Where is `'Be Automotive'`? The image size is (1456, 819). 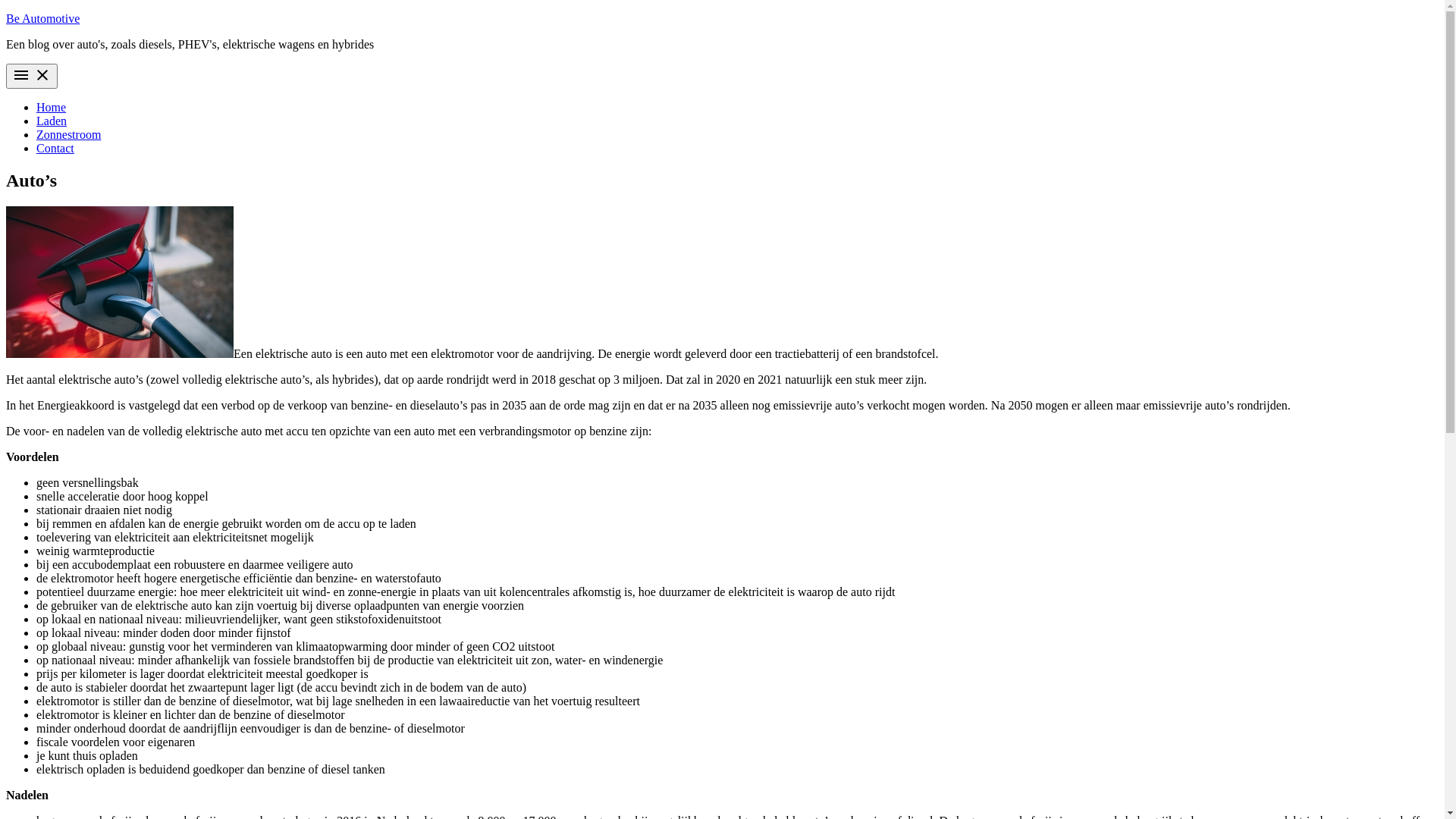
'Be Automotive' is located at coordinates (42, 18).